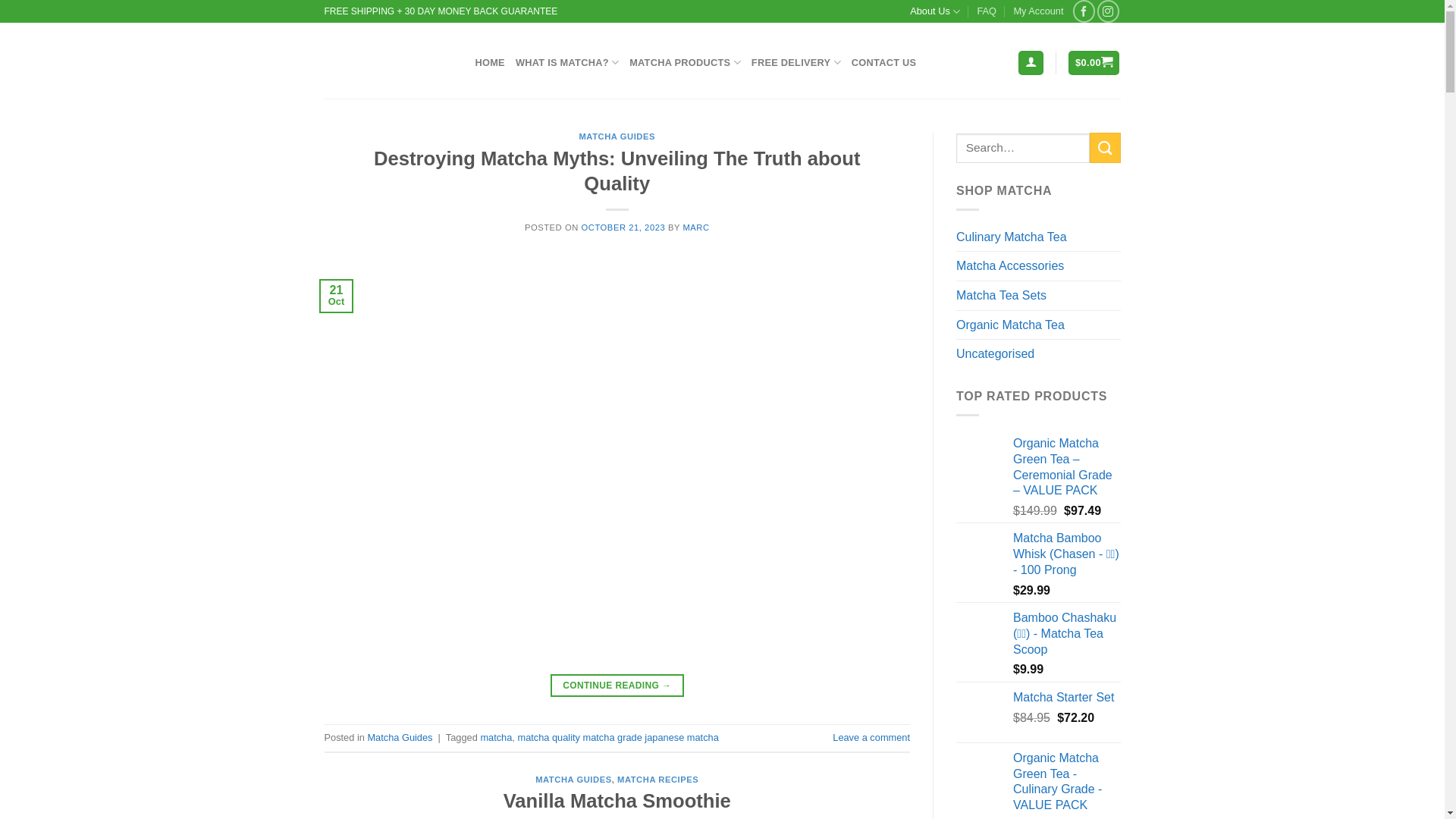 The width and height of the screenshot is (1456, 819). What do you see at coordinates (566, 61) in the screenshot?
I see `'WHAT IS MATCHA?'` at bounding box center [566, 61].